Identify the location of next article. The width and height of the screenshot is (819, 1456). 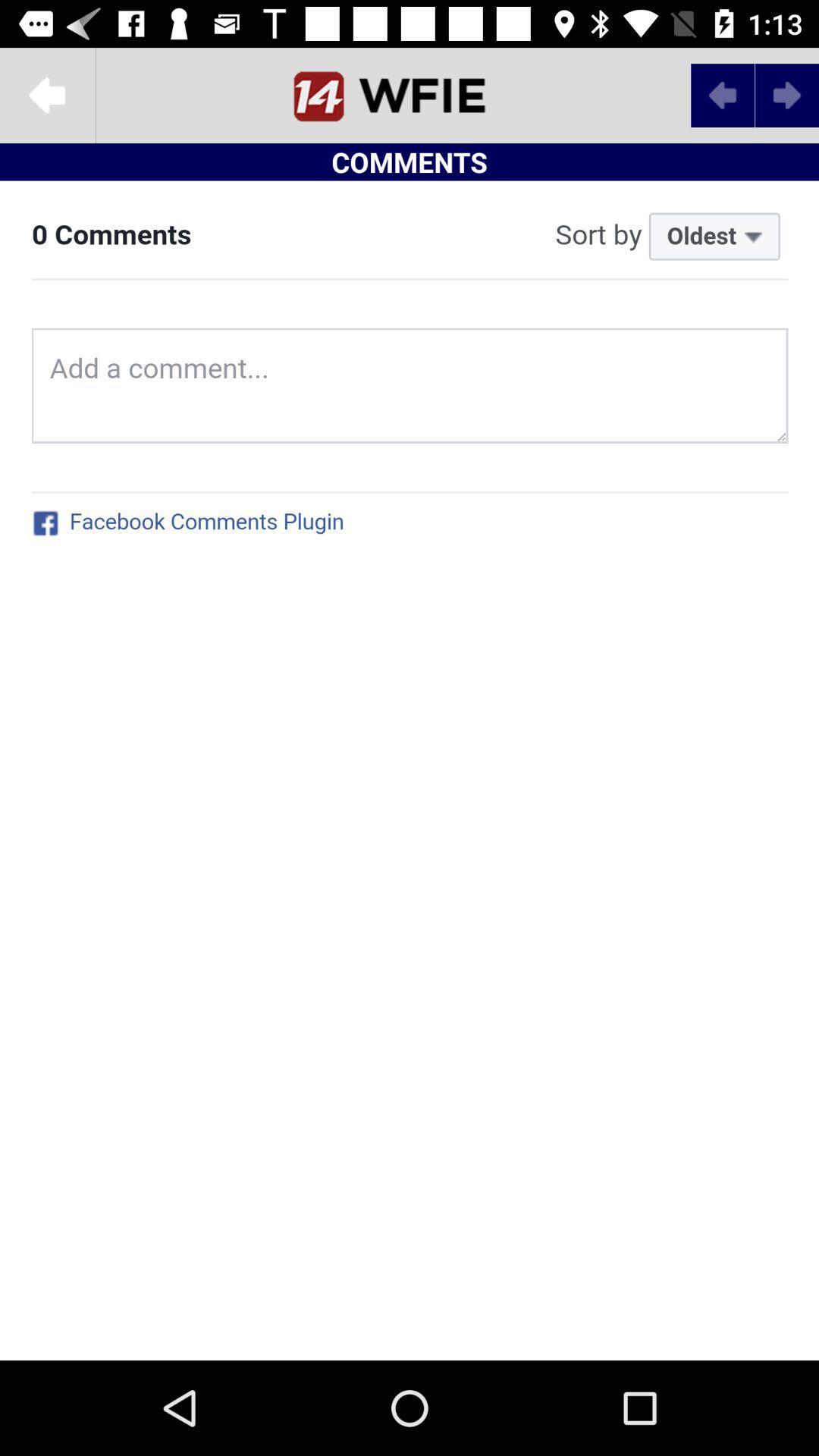
(786, 94).